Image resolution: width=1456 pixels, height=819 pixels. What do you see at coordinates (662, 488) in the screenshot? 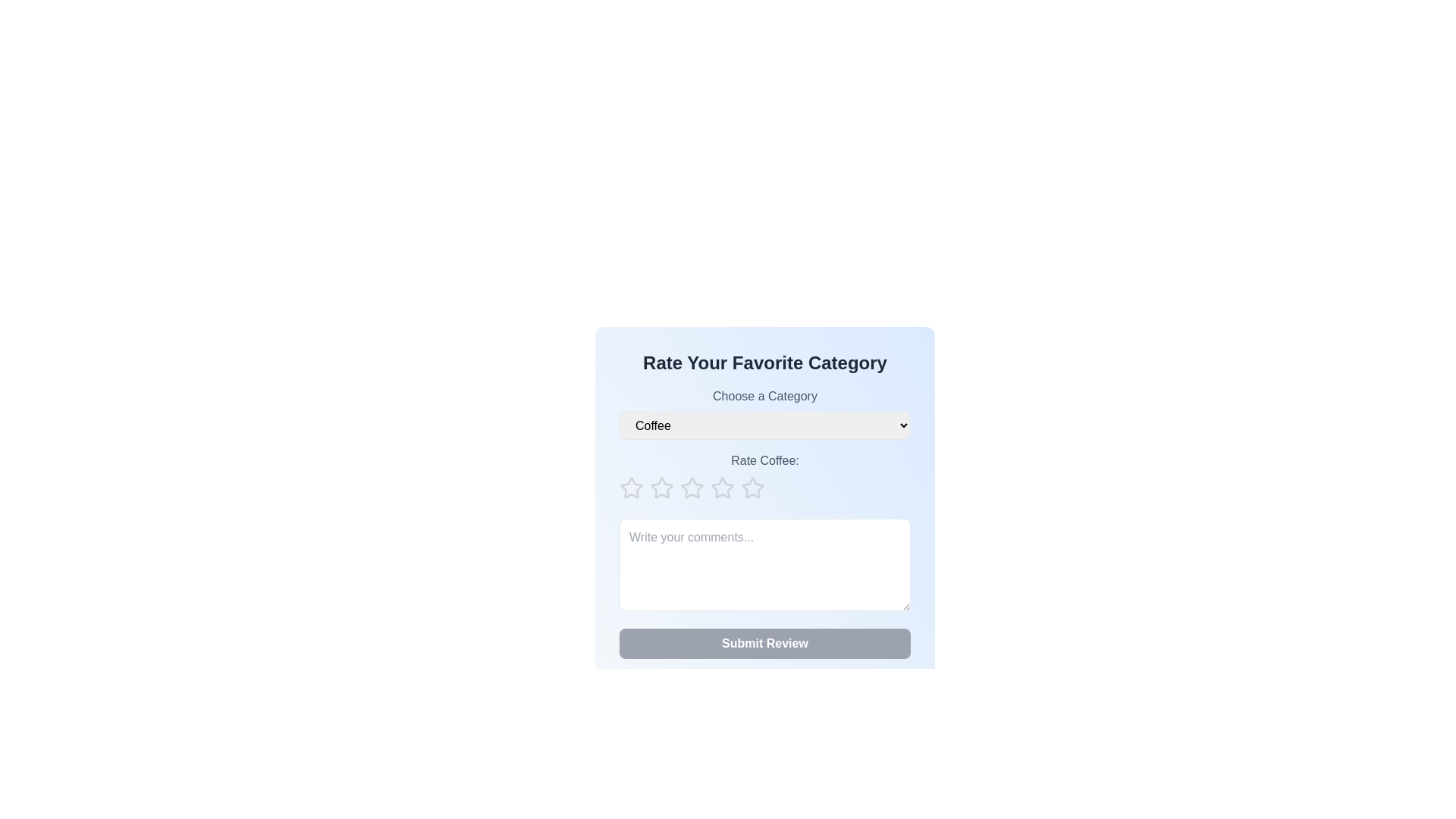
I see `the third star-shaped icon from the left in the row of five-star icons under the 'Rate Coffee:' label` at bounding box center [662, 488].